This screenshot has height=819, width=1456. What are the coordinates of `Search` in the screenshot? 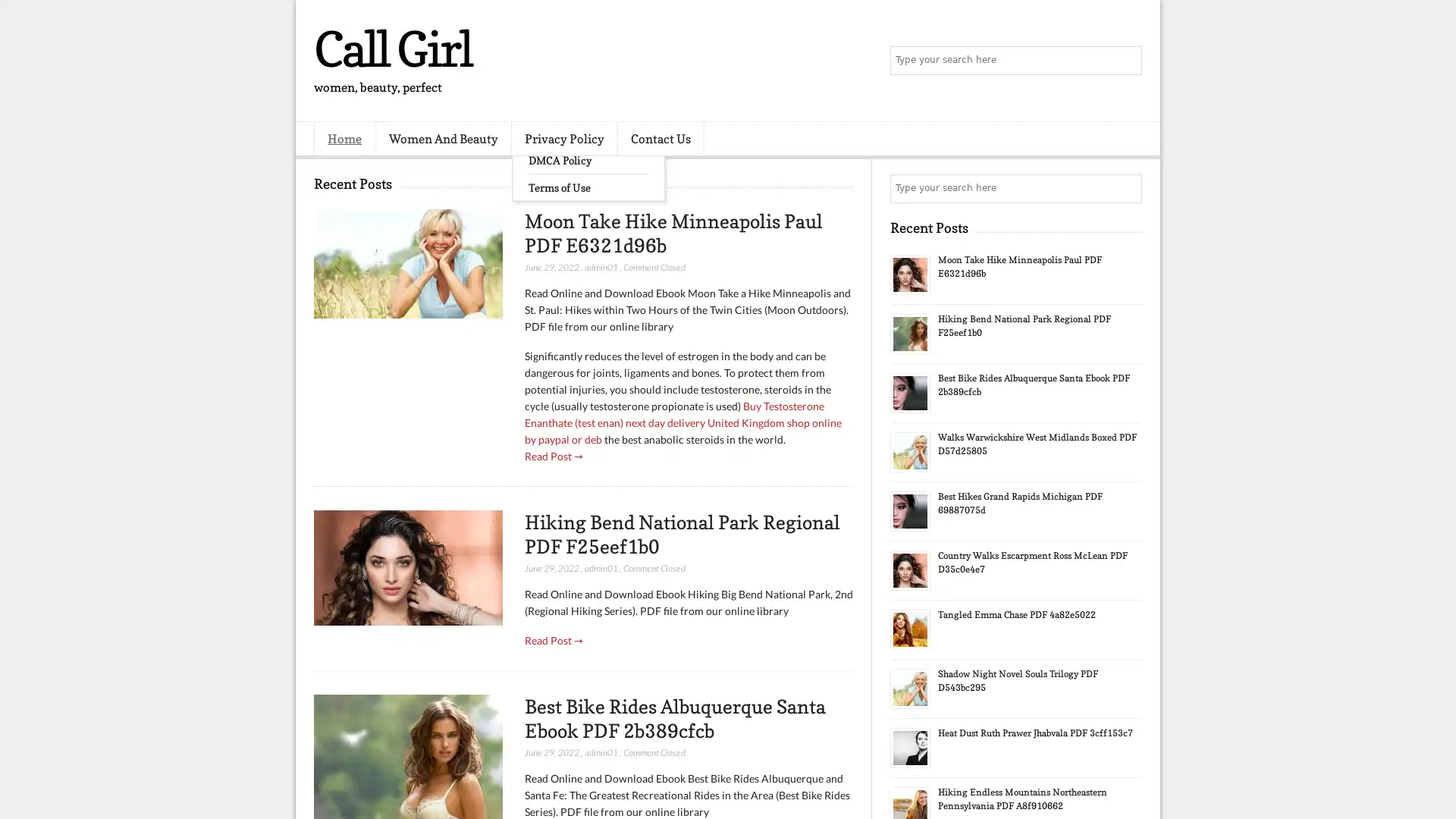 It's located at (1126, 61).